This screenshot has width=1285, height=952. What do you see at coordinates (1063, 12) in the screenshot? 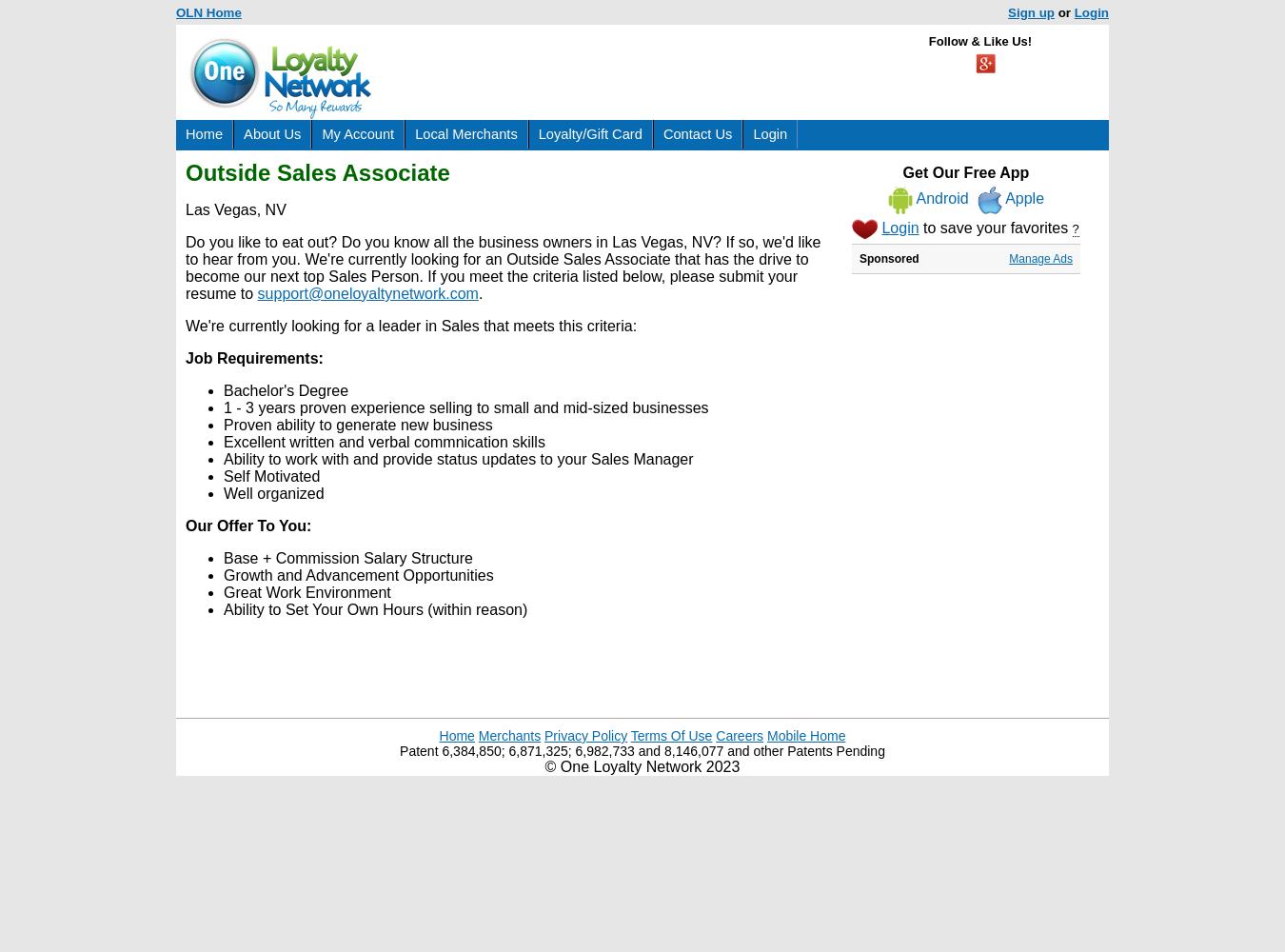
I see `'or'` at bounding box center [1063, 12].